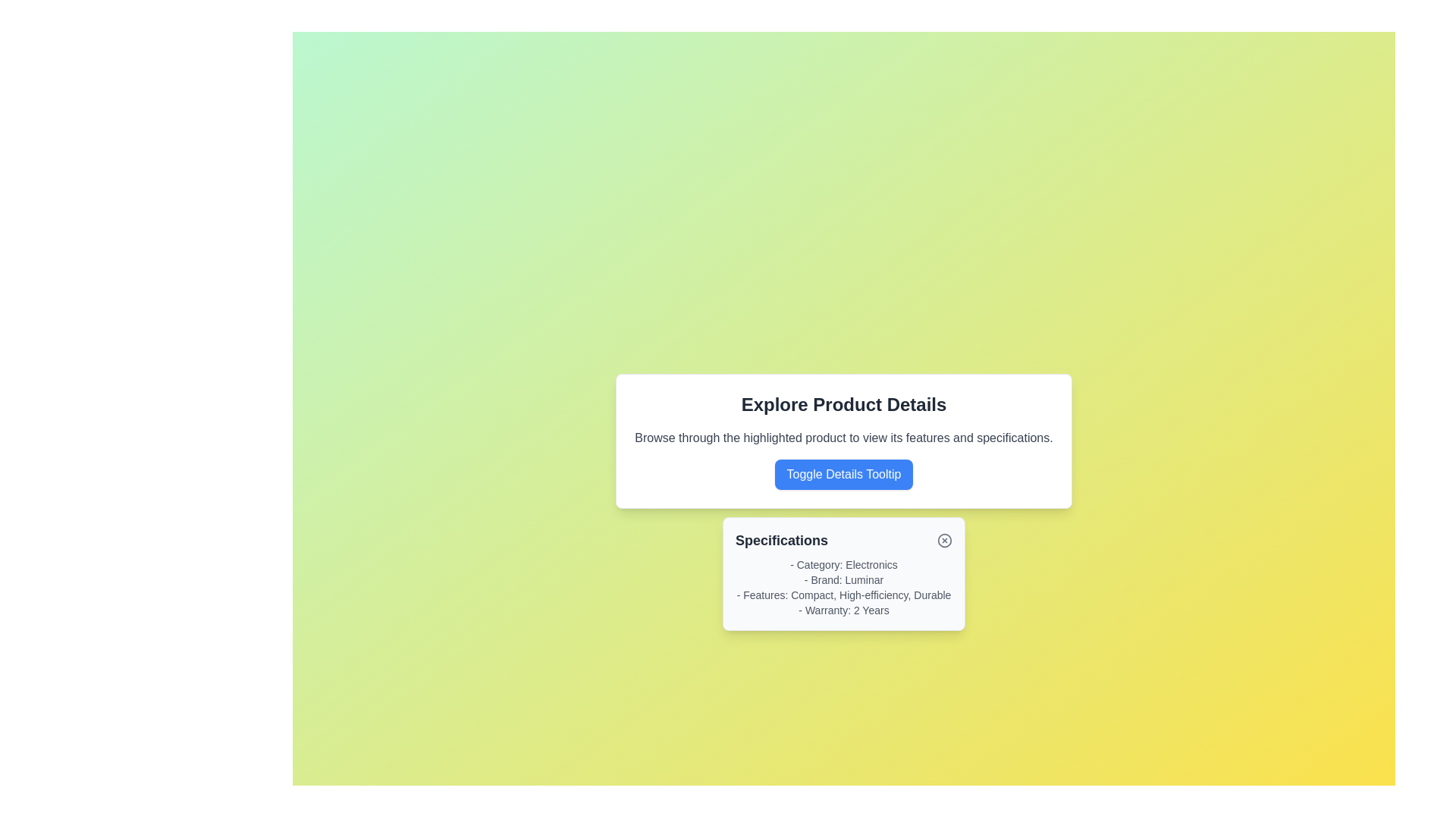 The image size is (1456, 819). Describe the element at coordinates (782, 540) in the screenshot. I see `the text label displaying 'Specifications', which is styled in large, bold dark gray font and located inside a tooltip below 'Explore Product Details'` at that location.